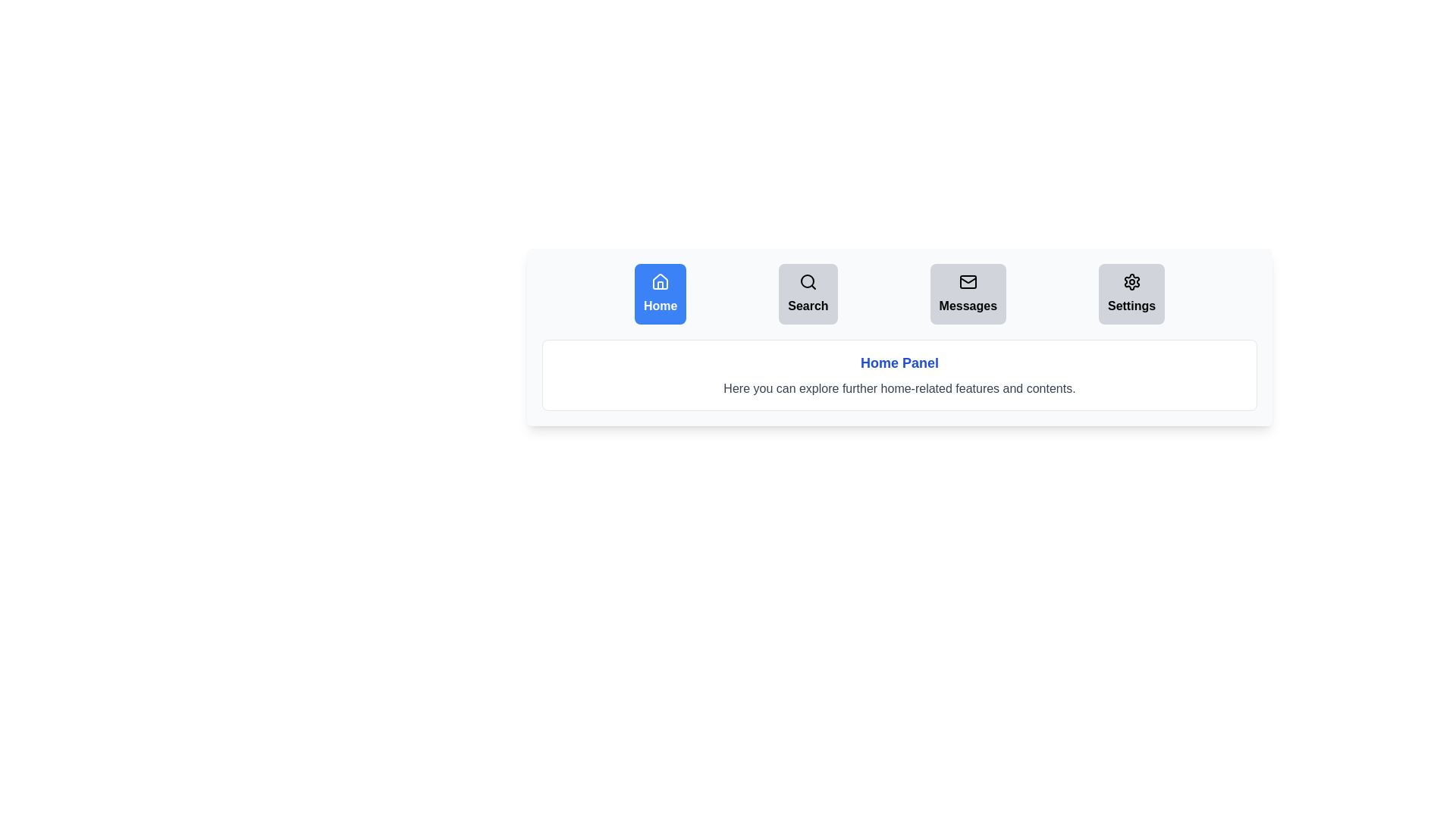 This screenshot has height=819, width=1456. What do you see at coordinates (1131, 294) in the screenshot?
I see `the settings button located in the top-right section of the interface, which is the fourth button from the left in a horizontal group` at bounding box center [1131, 294].